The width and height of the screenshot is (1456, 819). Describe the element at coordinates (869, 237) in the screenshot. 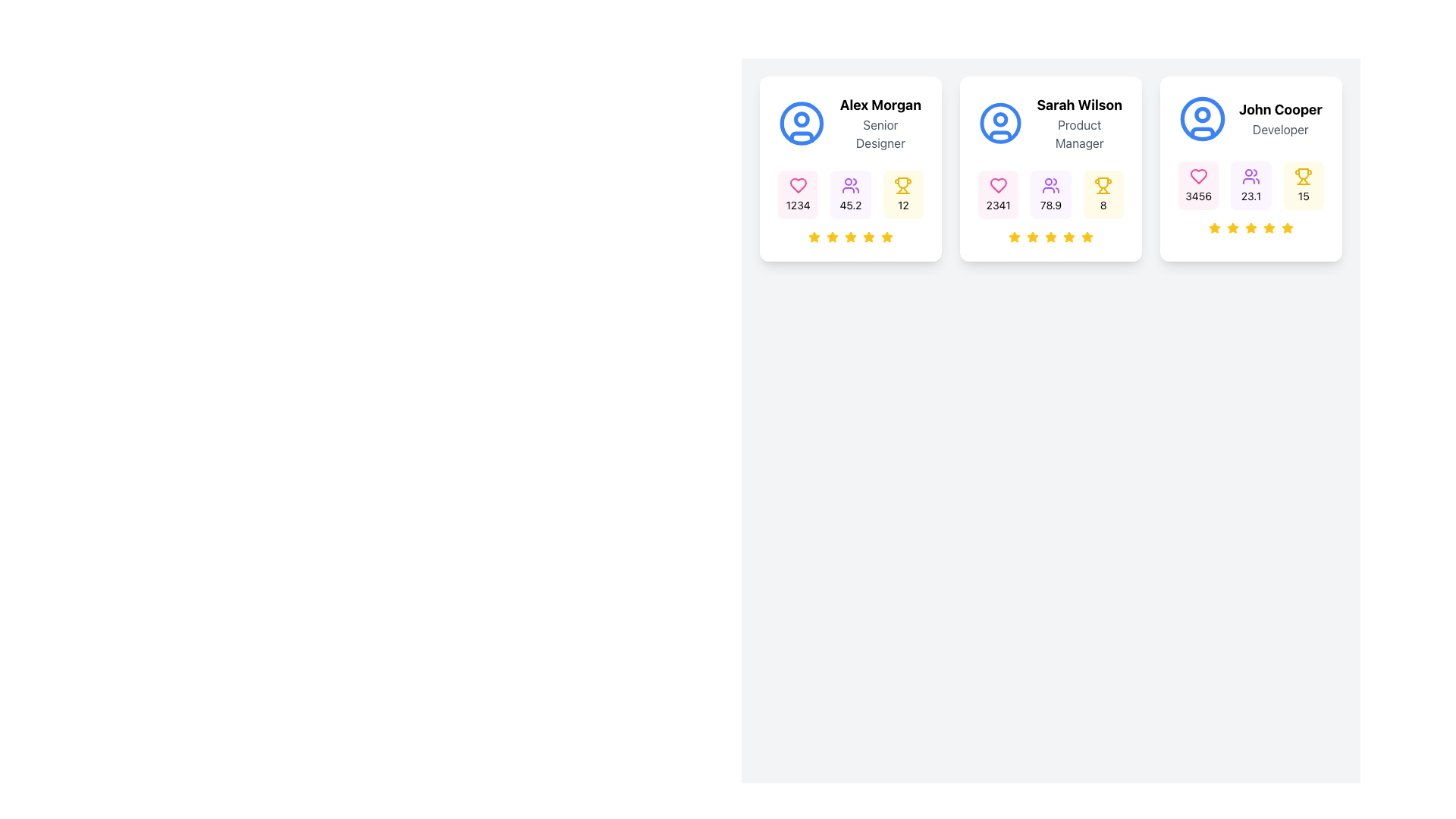

I see `the fifth yellow star icon in the rating system located below the card for 'Alex Morgan'` at that location.